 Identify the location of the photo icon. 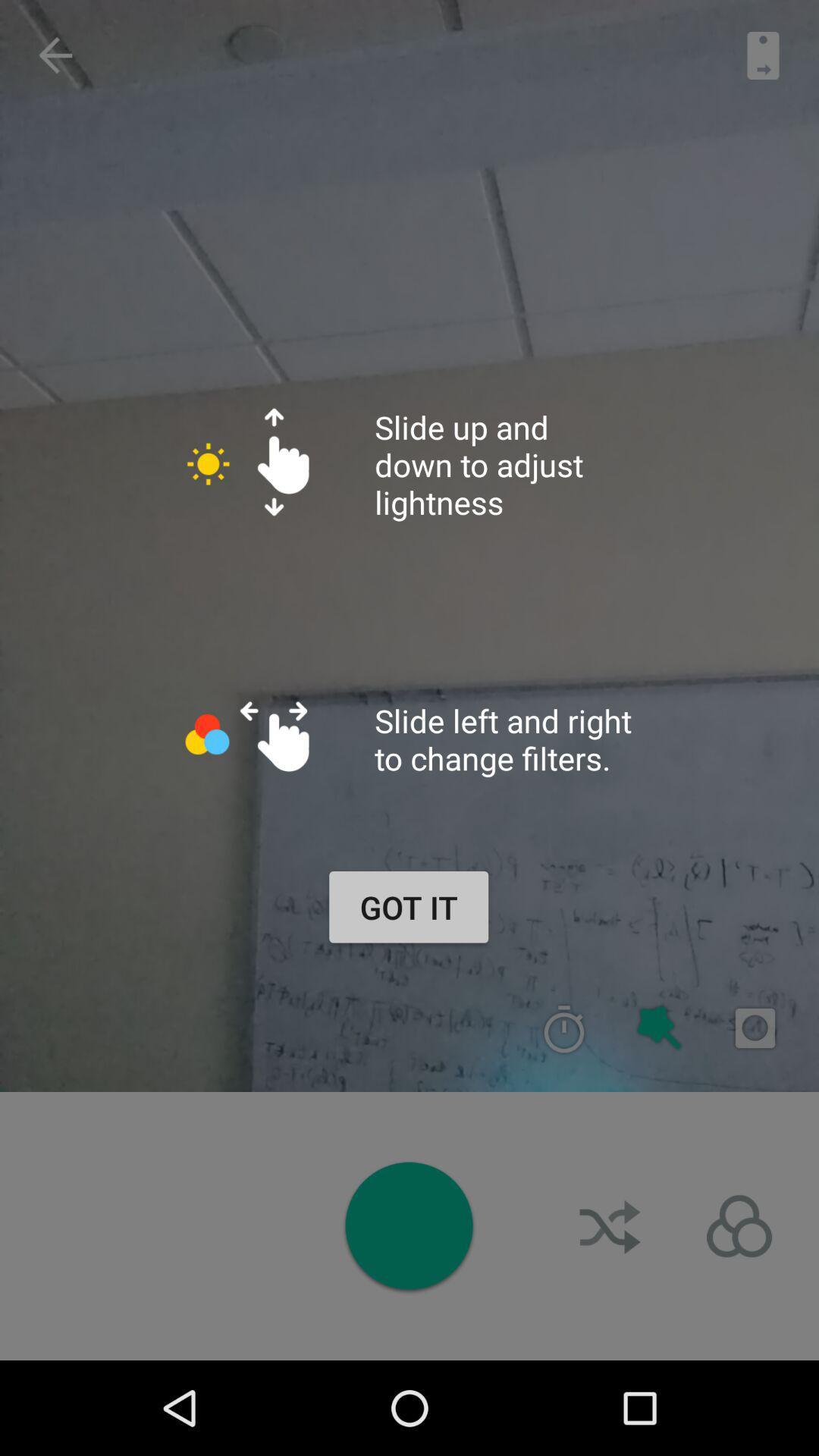
(755, 1028).